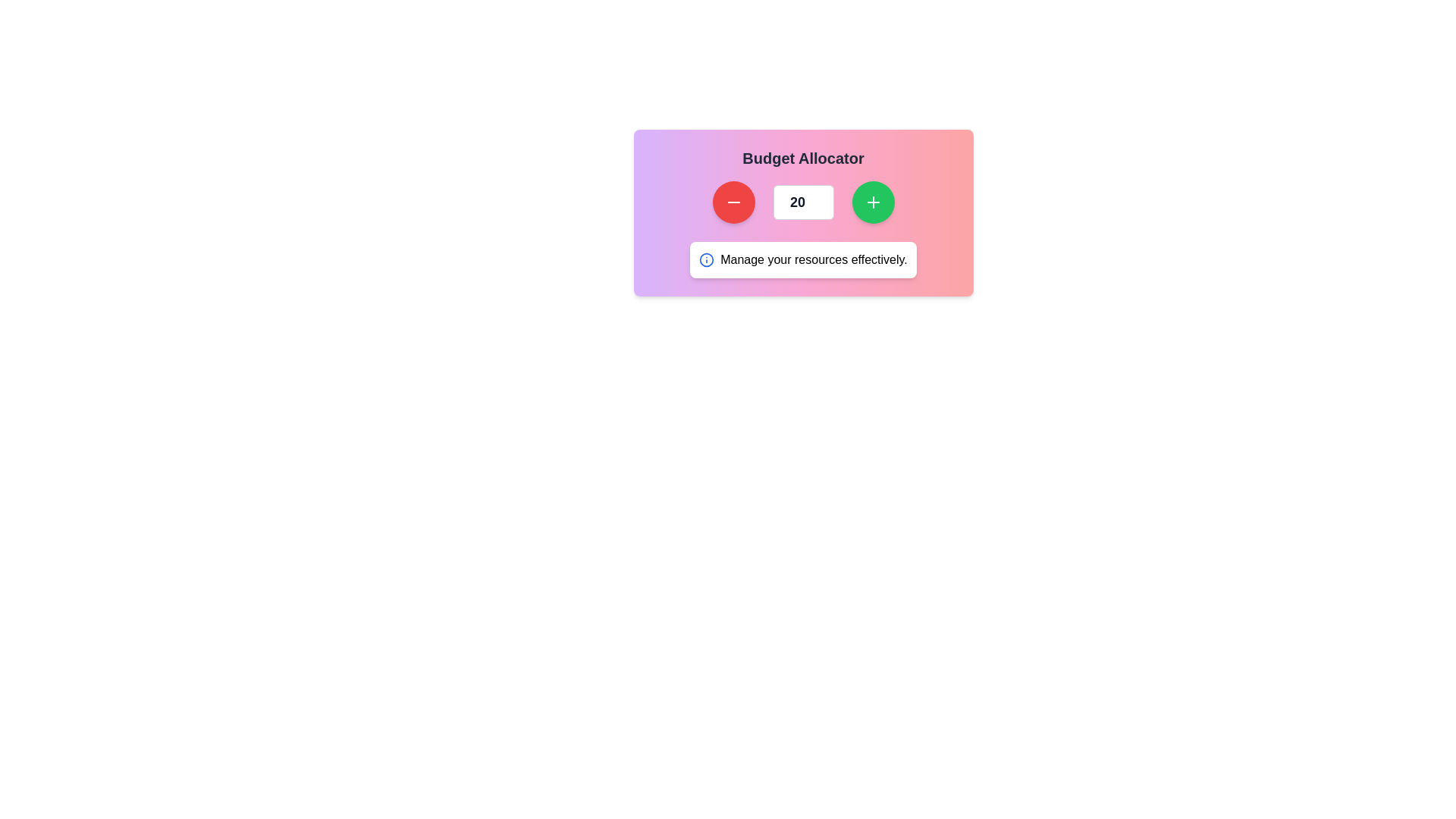 Image resolution: width=1456 pixels, height=819 pixels. What do you see at coordinates (802, 259) in the screenshot?
I see `the informational label containing the text 'Manage your resources effectively.' and an informational icon styled in blue` at bounding box center [802, 259].